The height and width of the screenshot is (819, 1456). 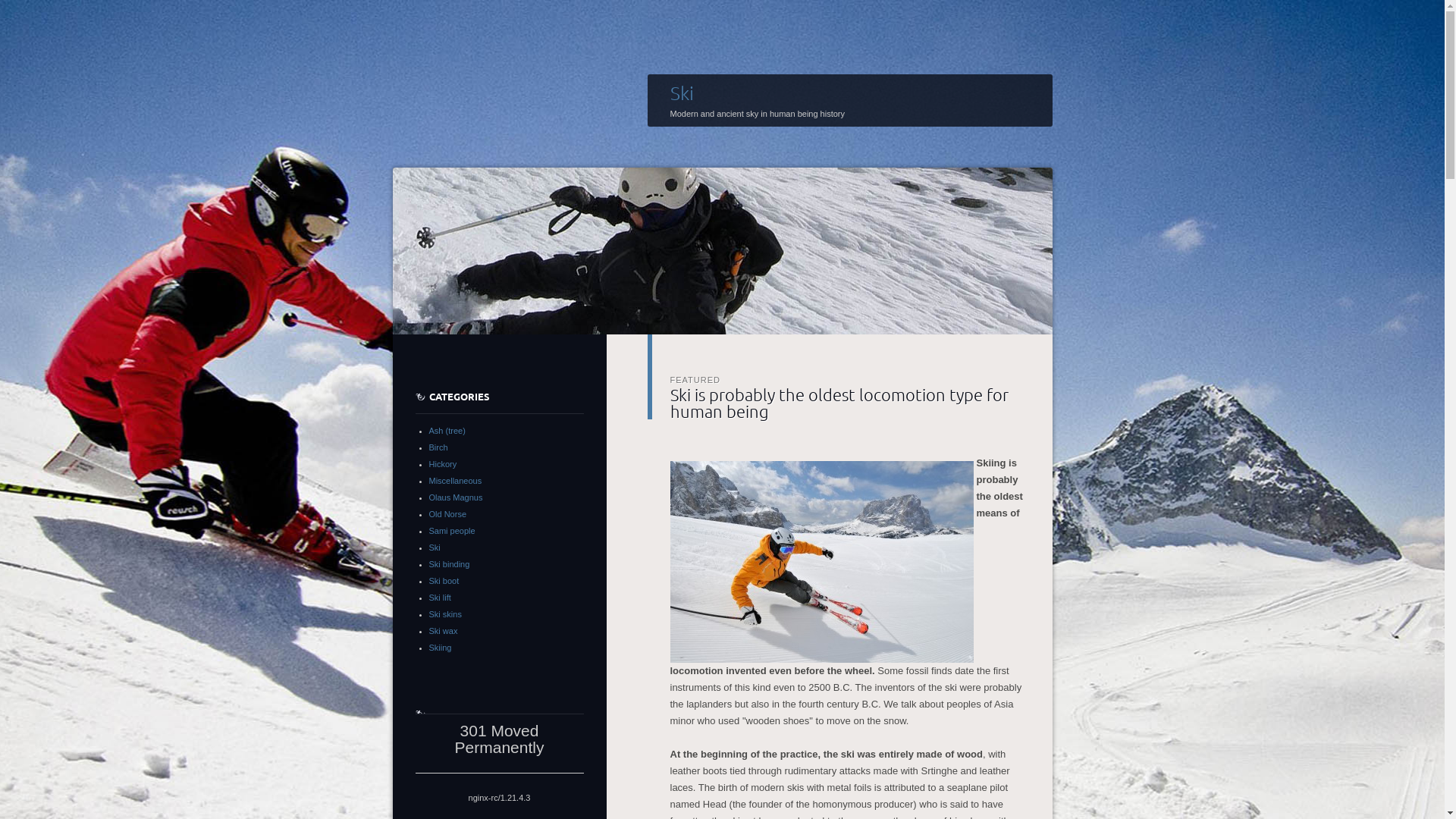 I want to click on 'Birch', so click(x=438, y=447).